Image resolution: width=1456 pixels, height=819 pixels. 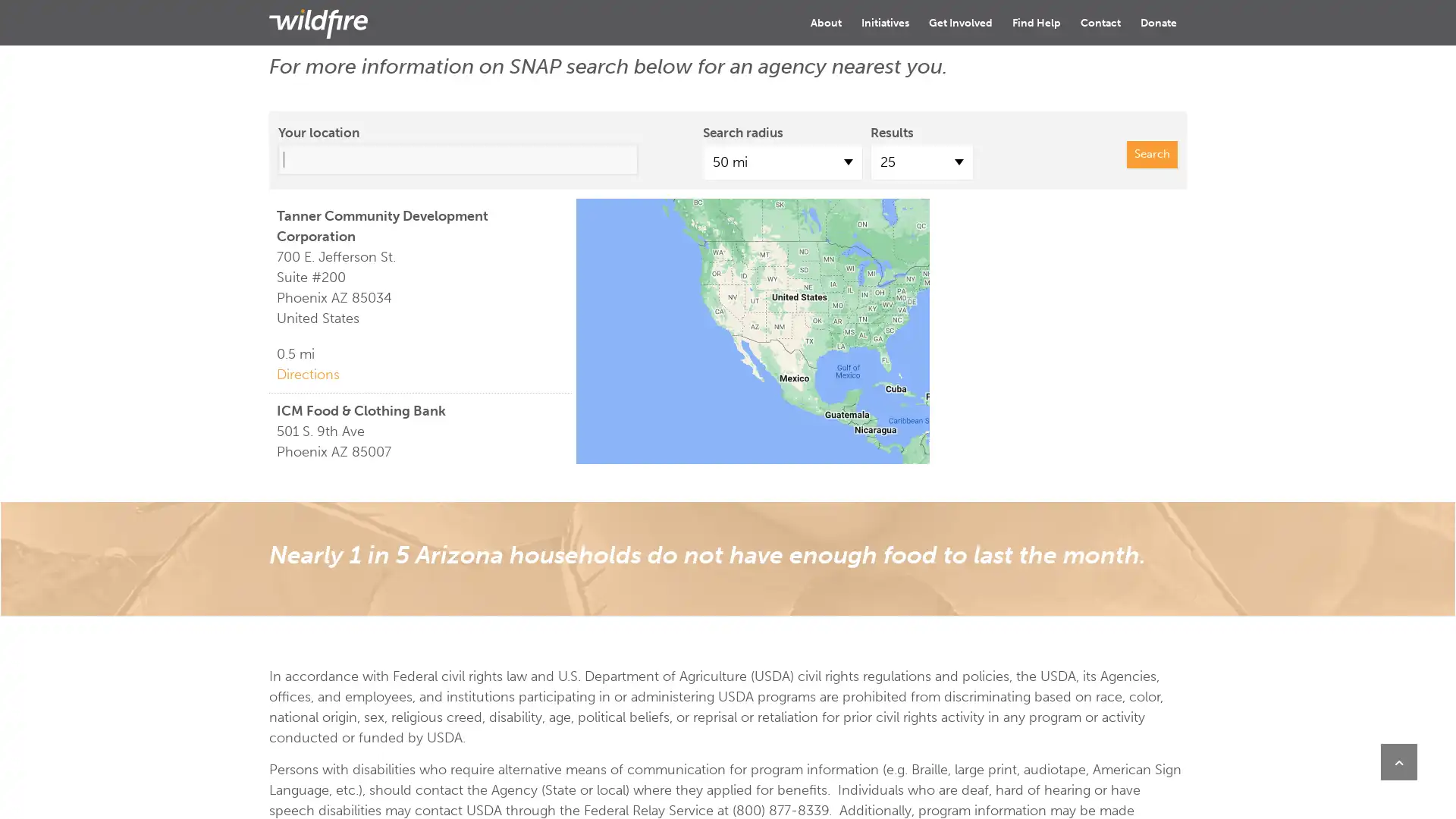 I want to click on Empowerment Systems, Inc.  Maricopa Roosevelt WIC, so click(x=890, y=314).